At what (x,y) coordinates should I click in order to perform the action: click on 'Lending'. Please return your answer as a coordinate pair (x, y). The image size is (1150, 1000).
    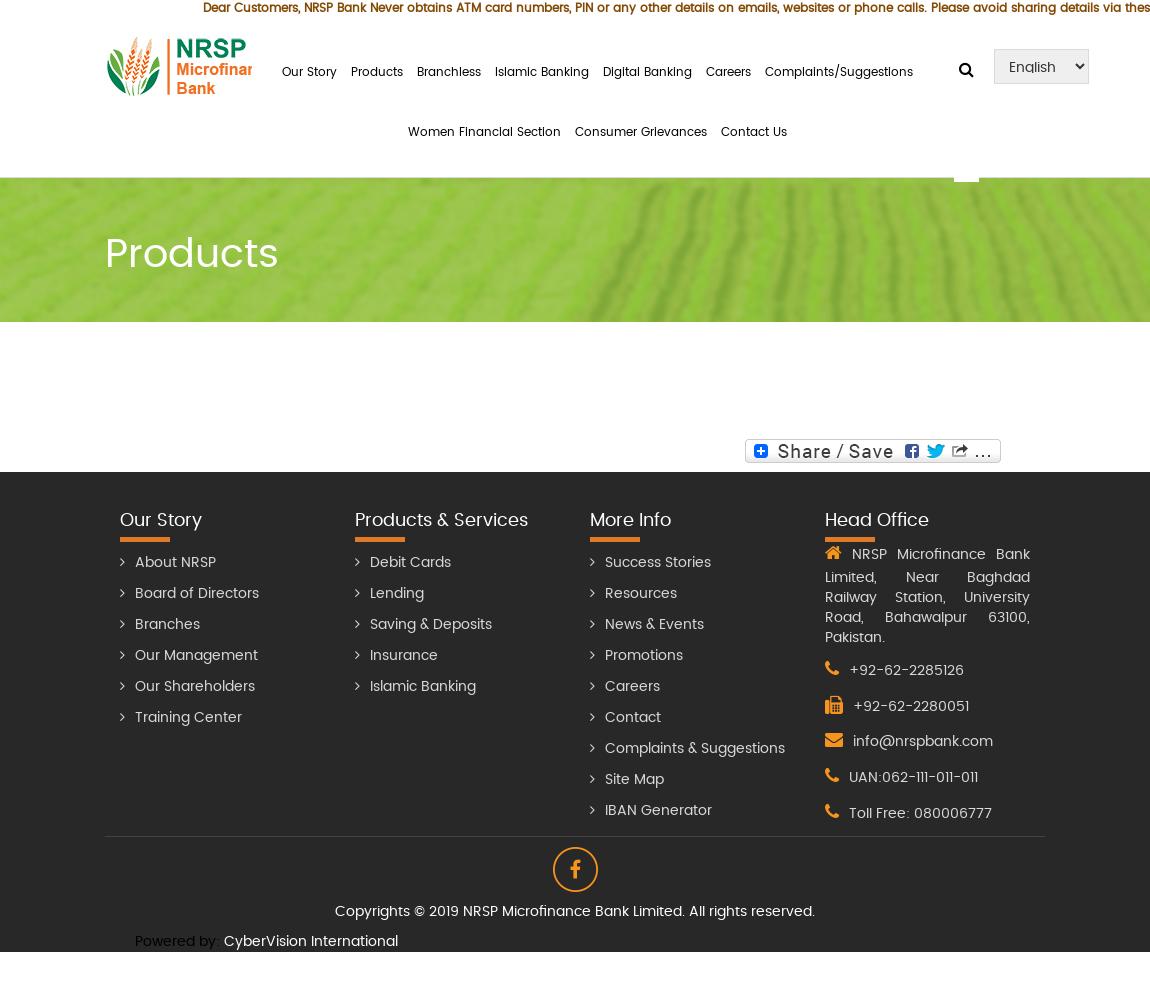
    Looking at the image, I should click on (396, 592).